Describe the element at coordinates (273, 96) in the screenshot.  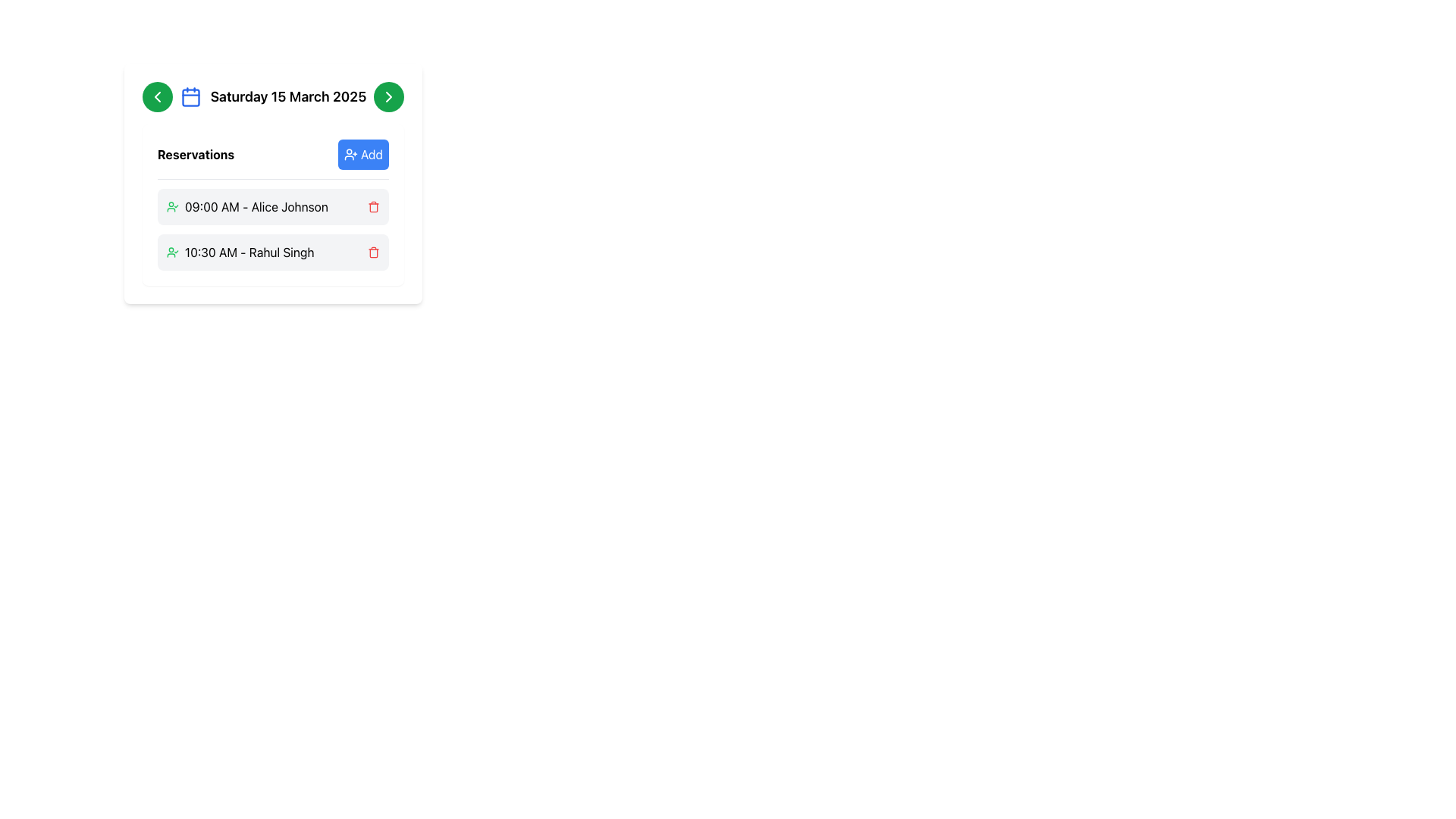
I see `the text label displaying the date 'Saturday 15 March 2025', which is bold and located next to a blue outlined calendar icon` at that location.